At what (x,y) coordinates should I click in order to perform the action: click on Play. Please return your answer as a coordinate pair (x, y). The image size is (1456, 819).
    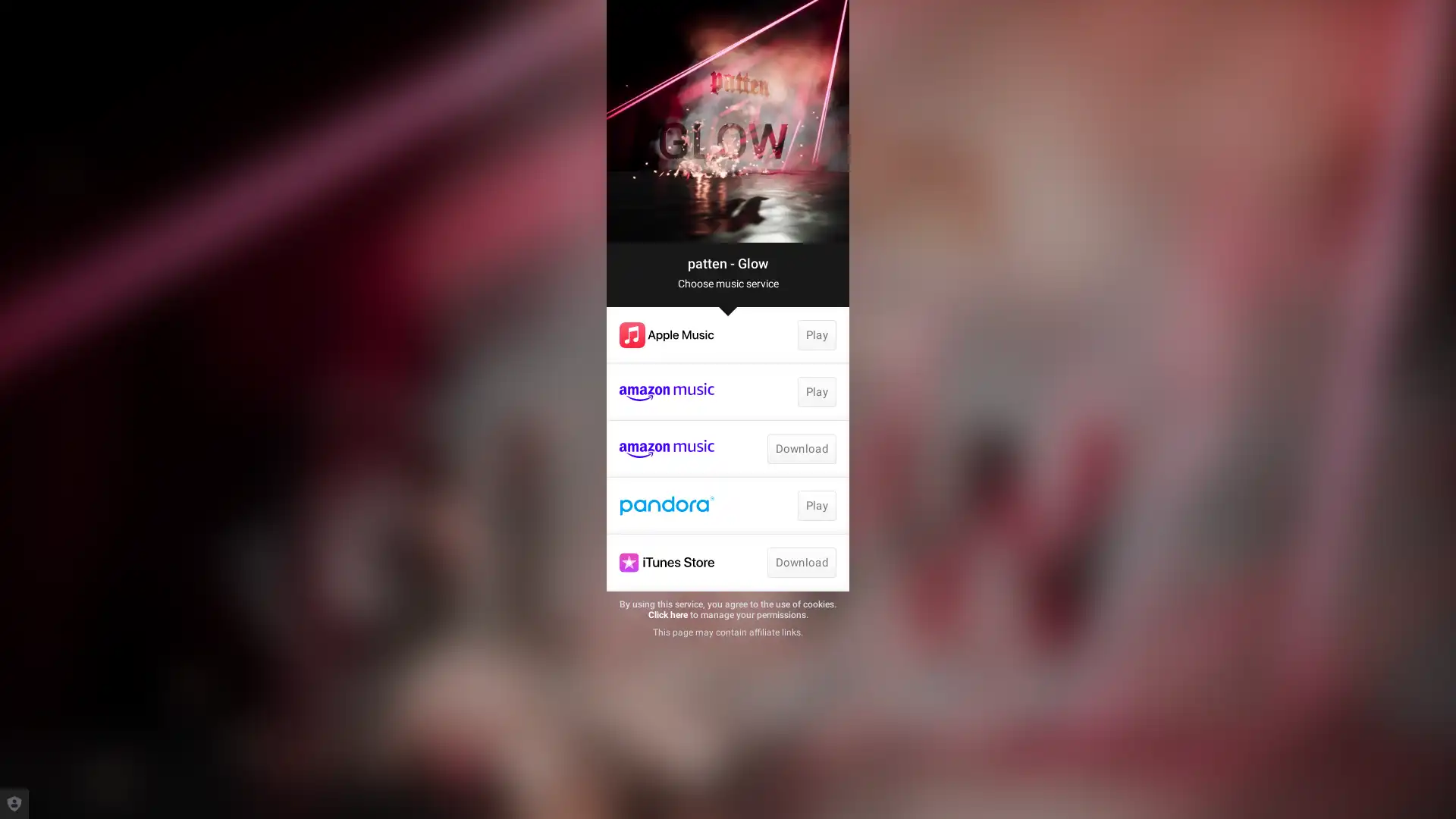
    Looking at the image, I should click on (815, 334).